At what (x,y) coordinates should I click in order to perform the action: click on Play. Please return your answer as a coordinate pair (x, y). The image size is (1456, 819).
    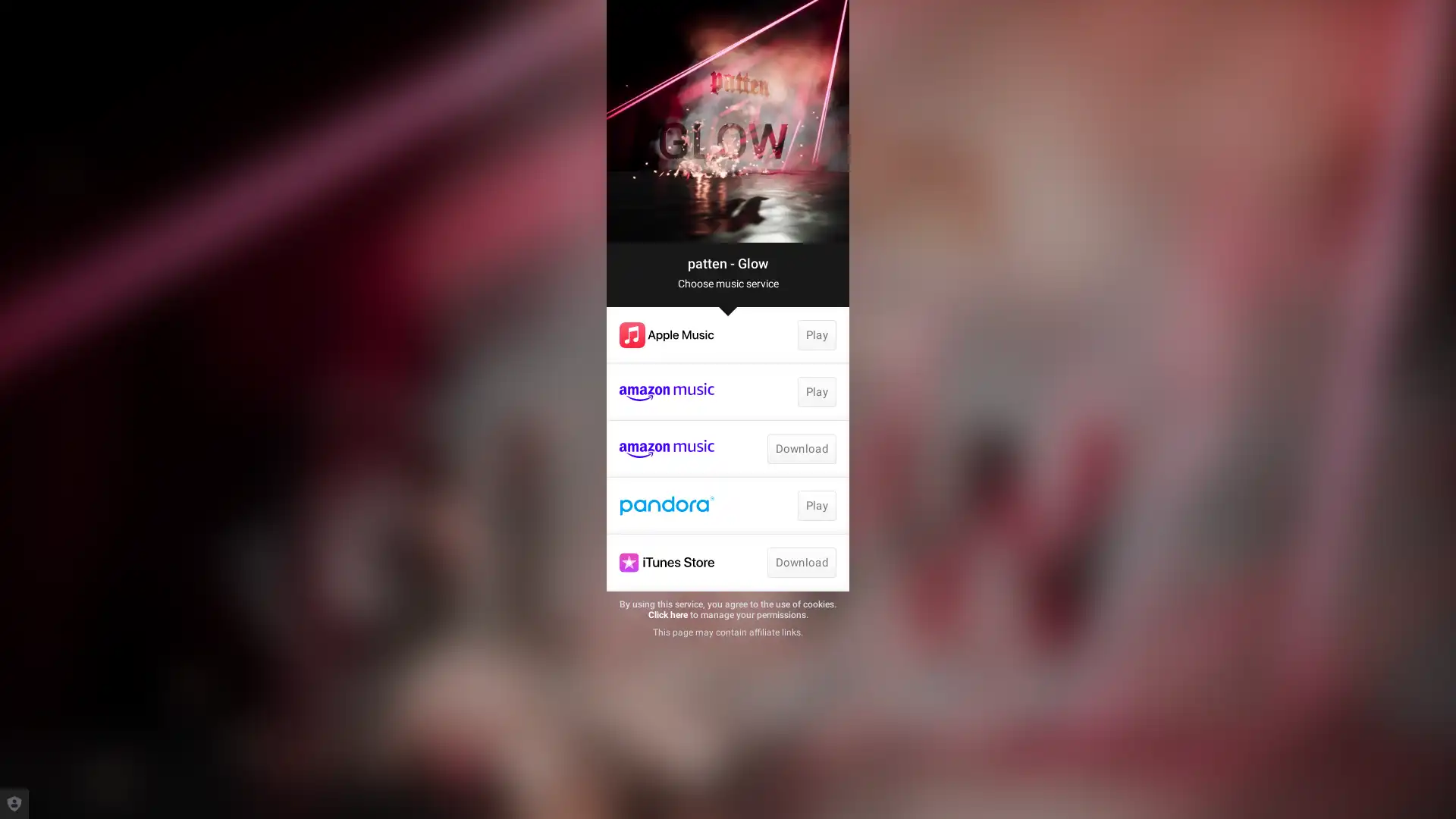
    Looking at the image, I should click on (815, 334).